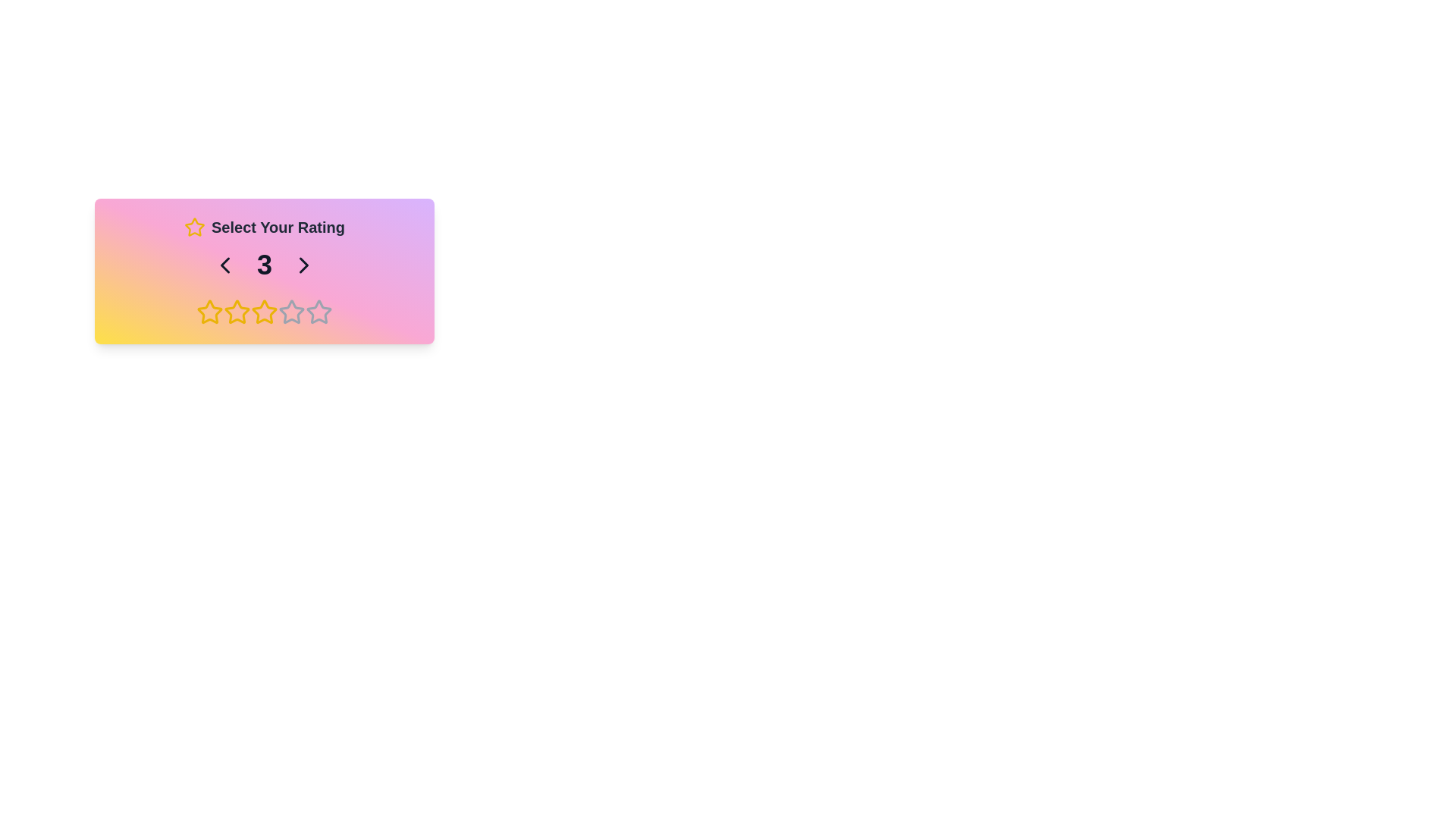  Describe the element at coordinates (318, 312) in the screenshot. I see `the fifth gray outlined star icon in the rating system` at that location.